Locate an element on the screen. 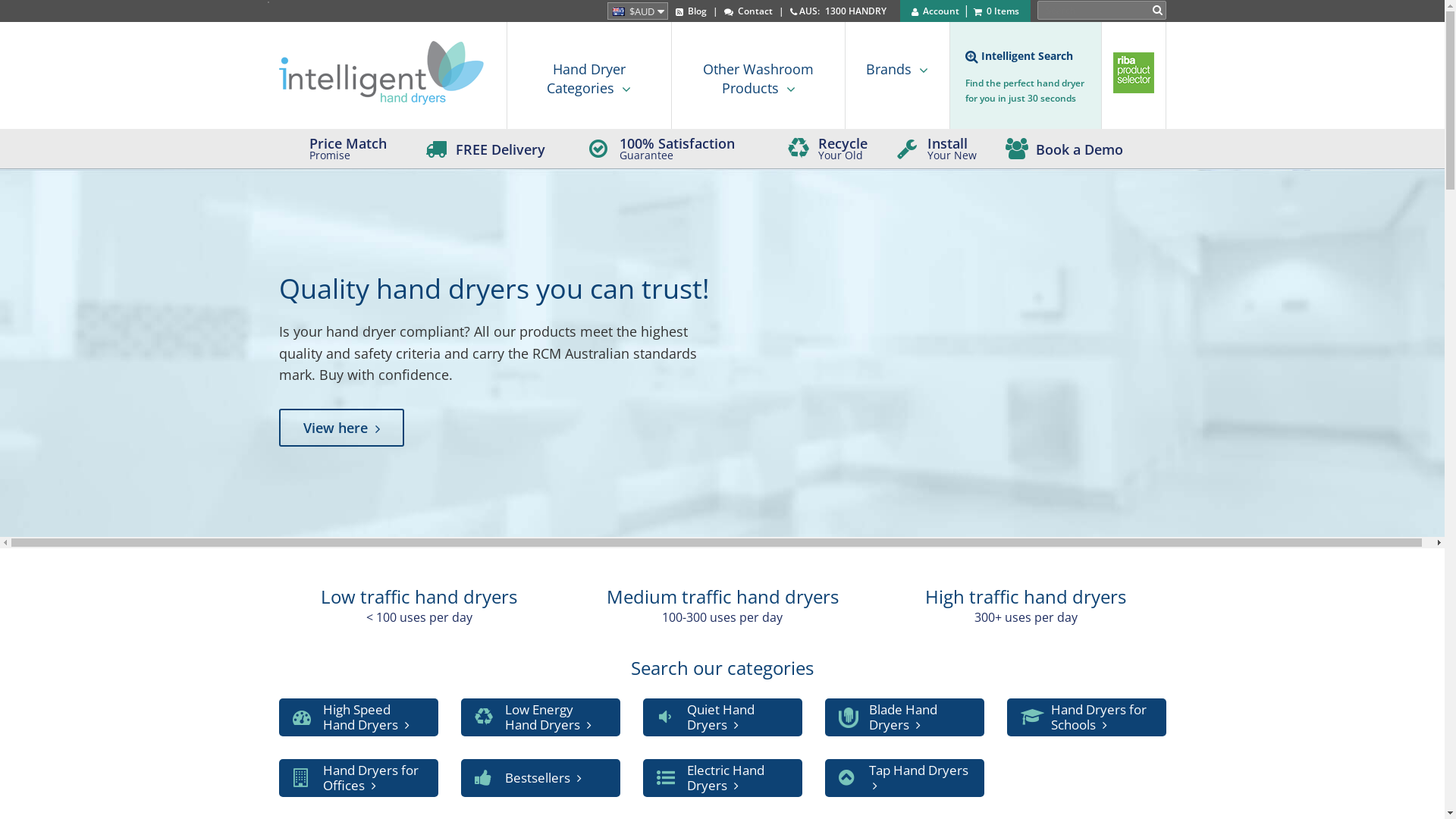 This screenshot has width=1456, height=819. 'Low Energy Hand Dryers' is located at coordinates (541, 717).